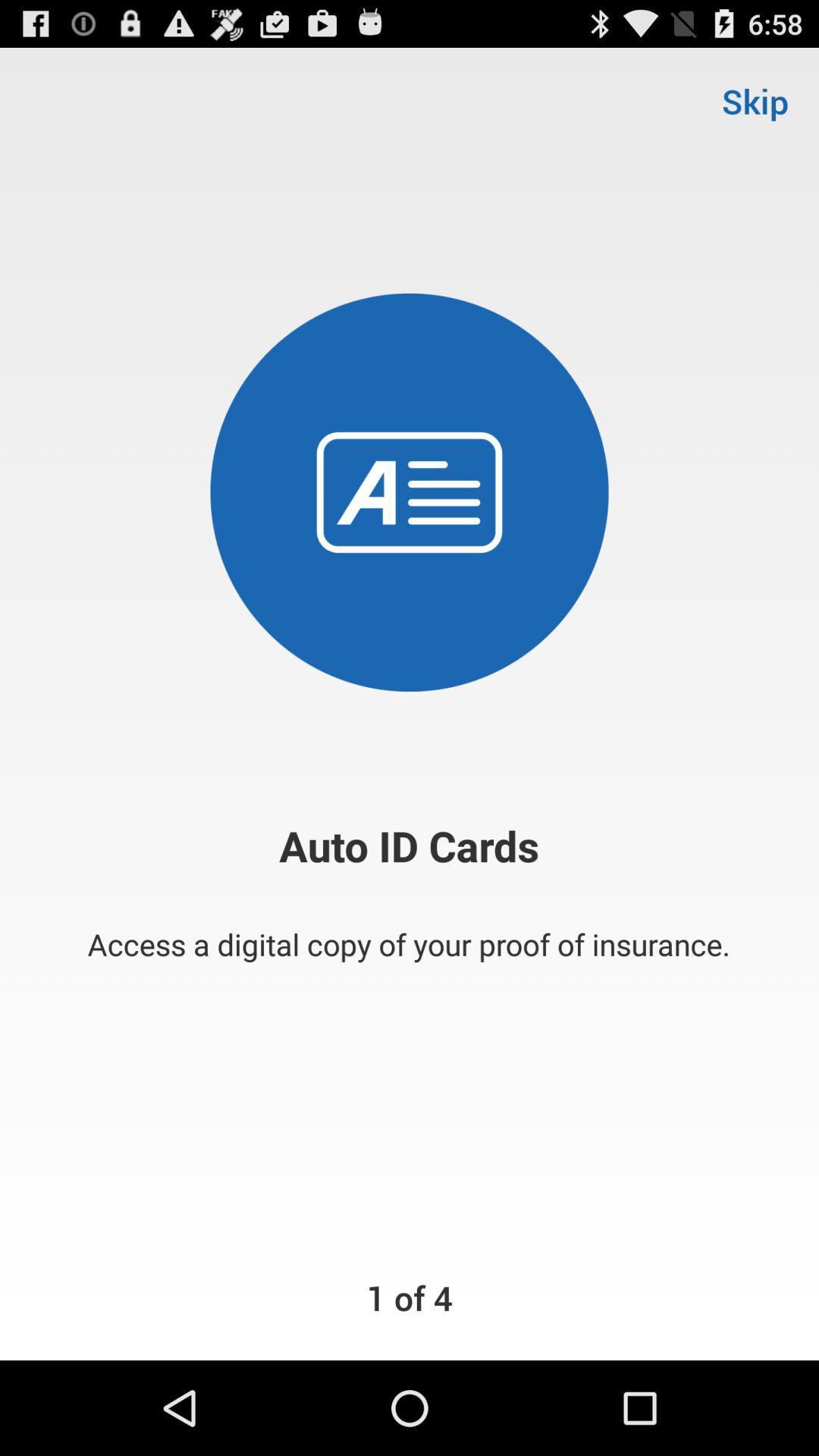 The height and width of the screenshot is (1456, 819). I want to click on skip at the top right corner, so click(755, 100).